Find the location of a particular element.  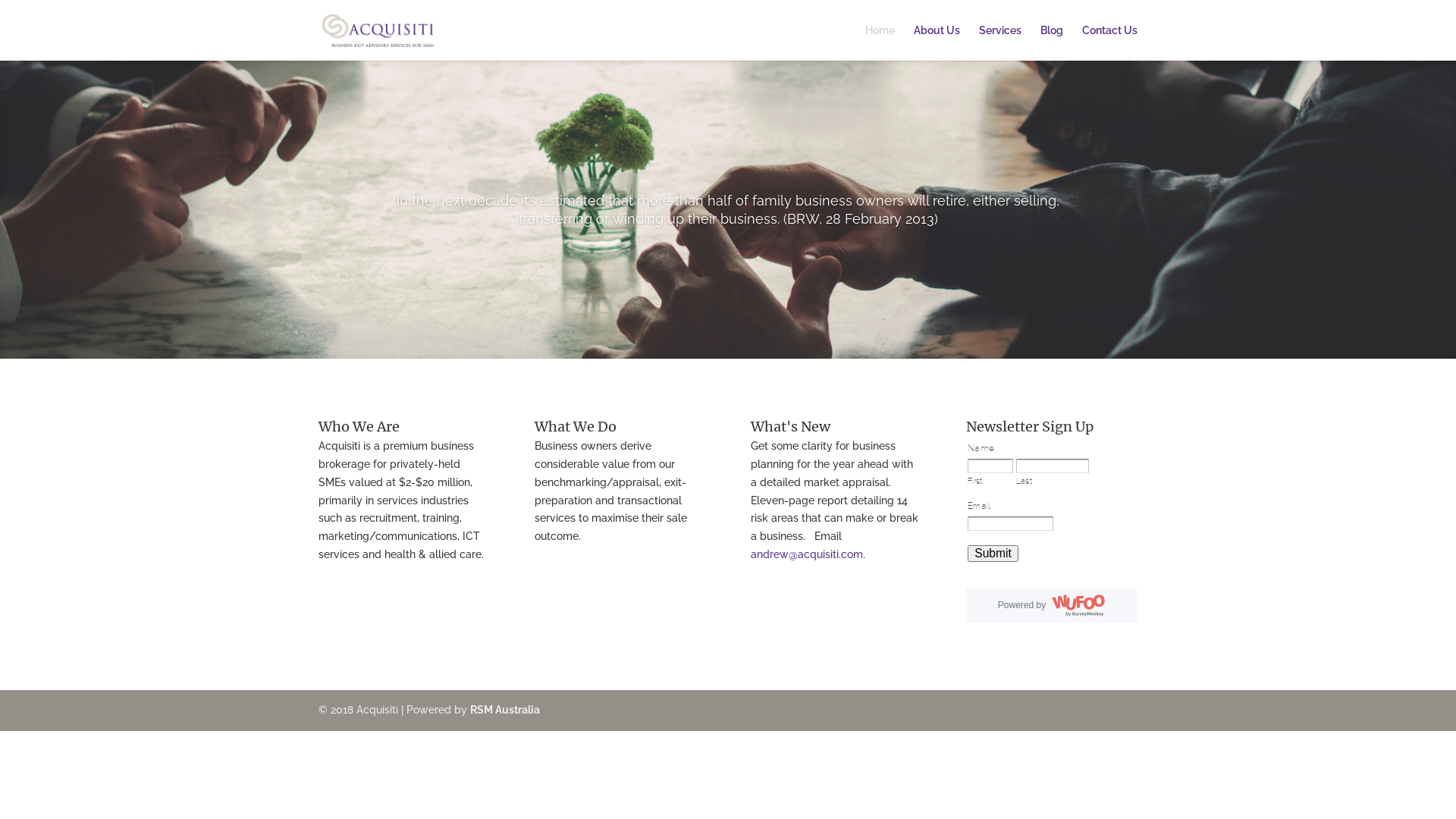

'Contact Us' is located at coordinates (1081, 42).